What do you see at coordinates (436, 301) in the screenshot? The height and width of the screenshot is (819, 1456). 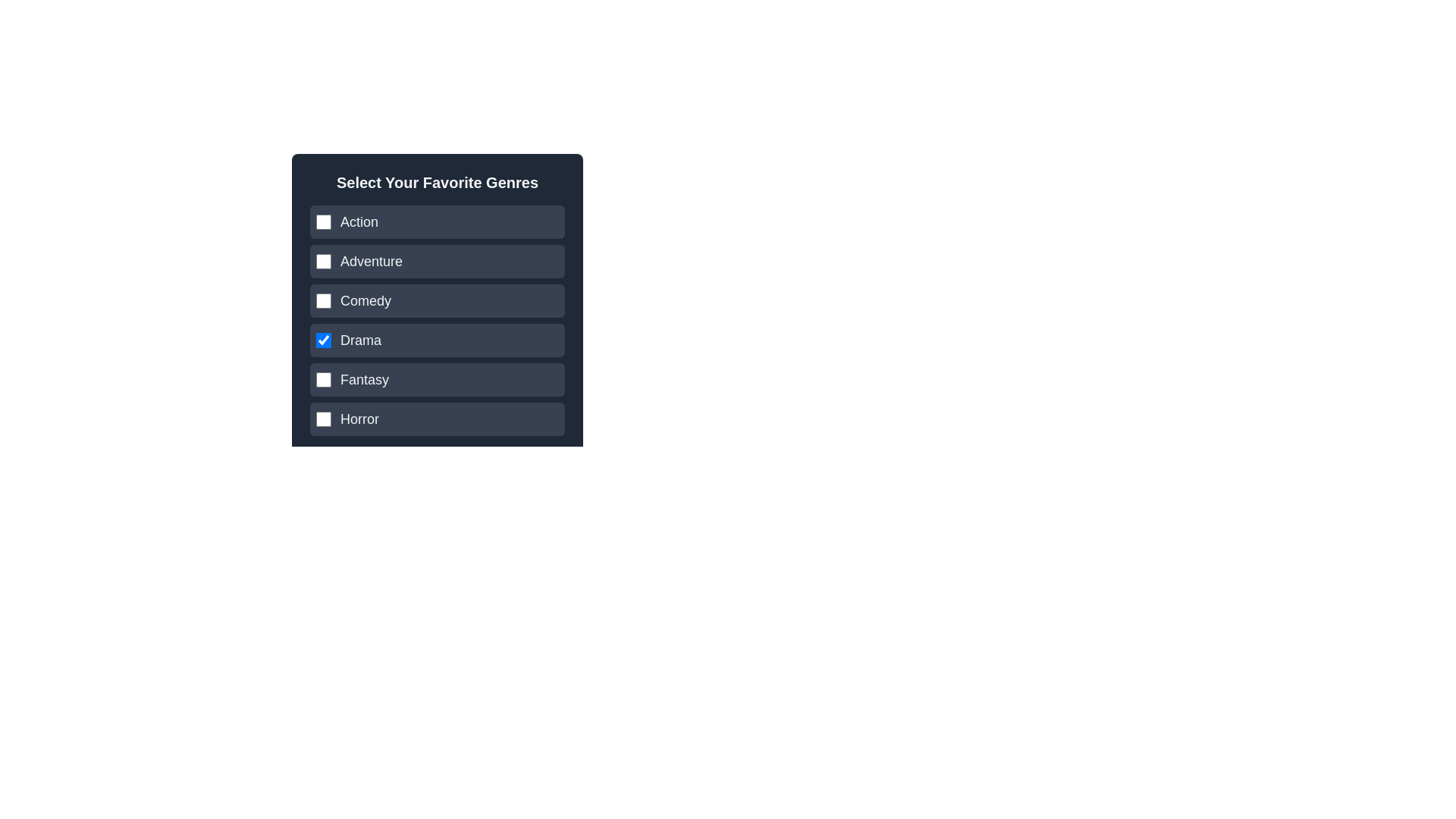 I see `the checkbox for 'Comedy' which is the third option under 'Select Your Favorite Genres'` at bounding box center [436, 301].